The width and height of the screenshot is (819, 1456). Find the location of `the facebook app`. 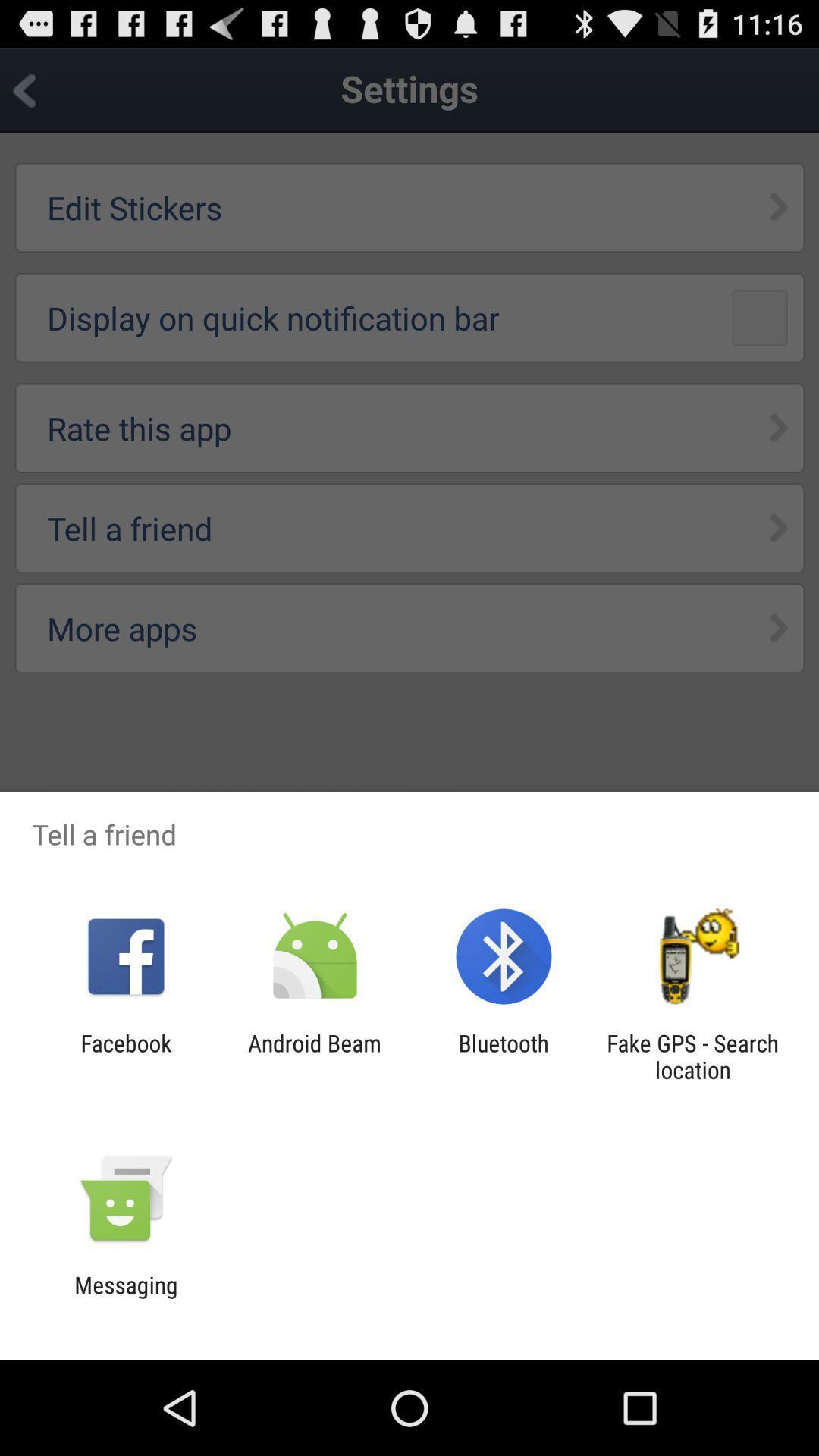

the facebook app is located at coordinates (125, 1056).